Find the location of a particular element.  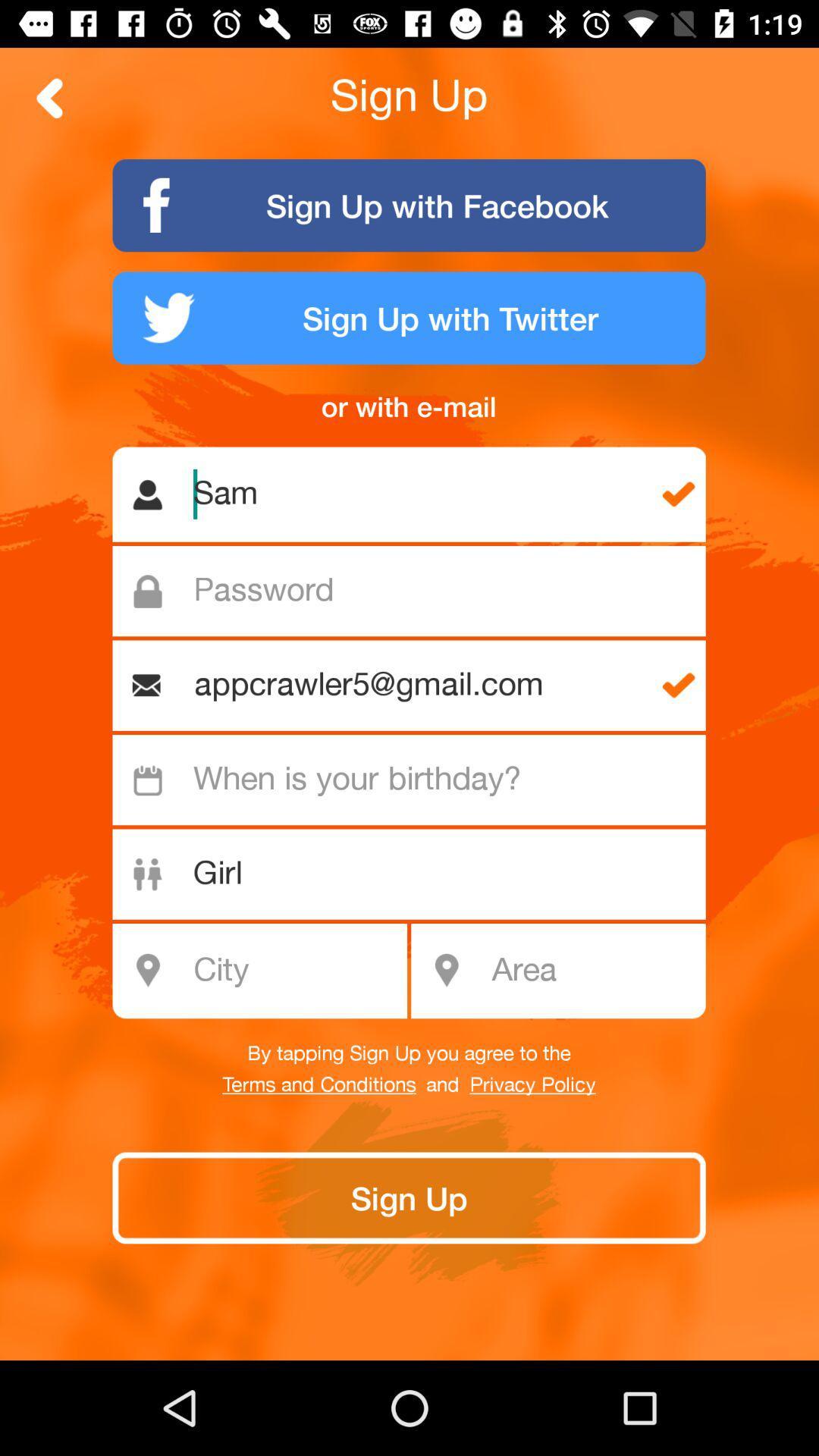

type your birthday is located at coordinates (417, 780).